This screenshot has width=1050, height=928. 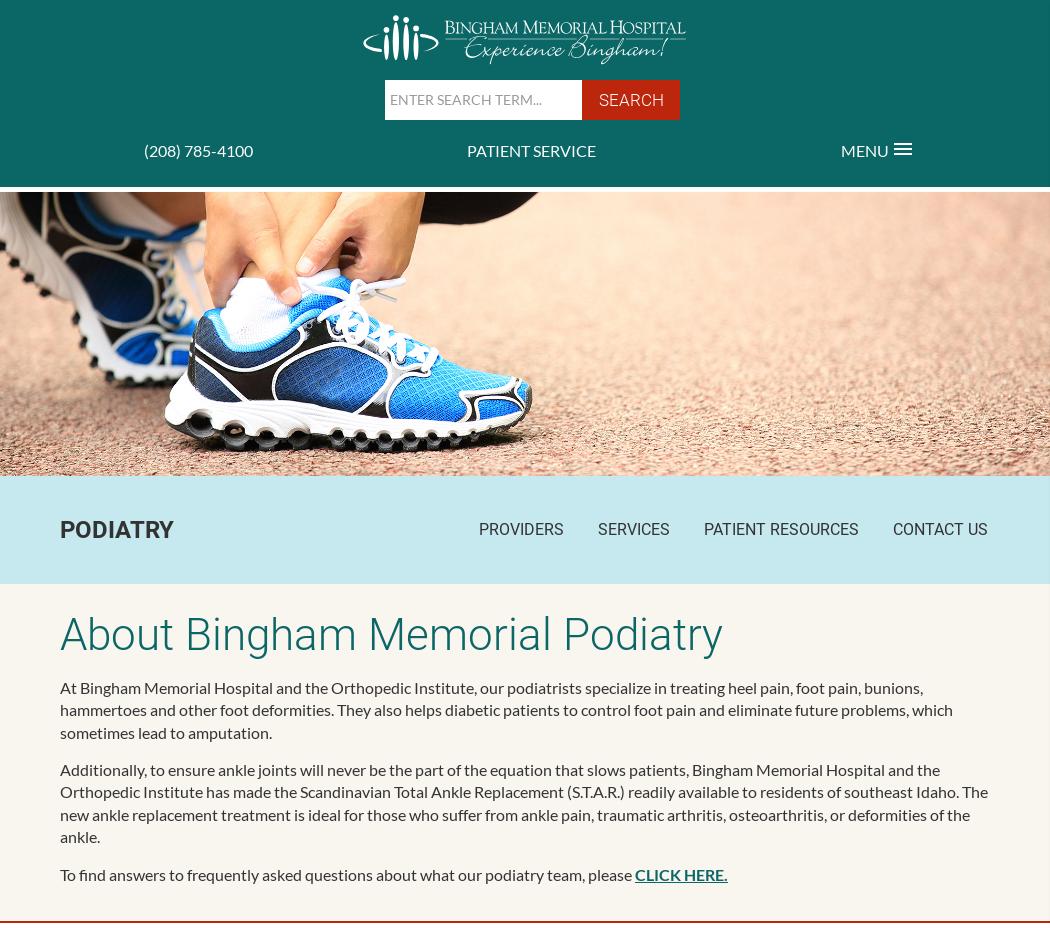 I want to click on 'Providers', so click(x=520, y=527).